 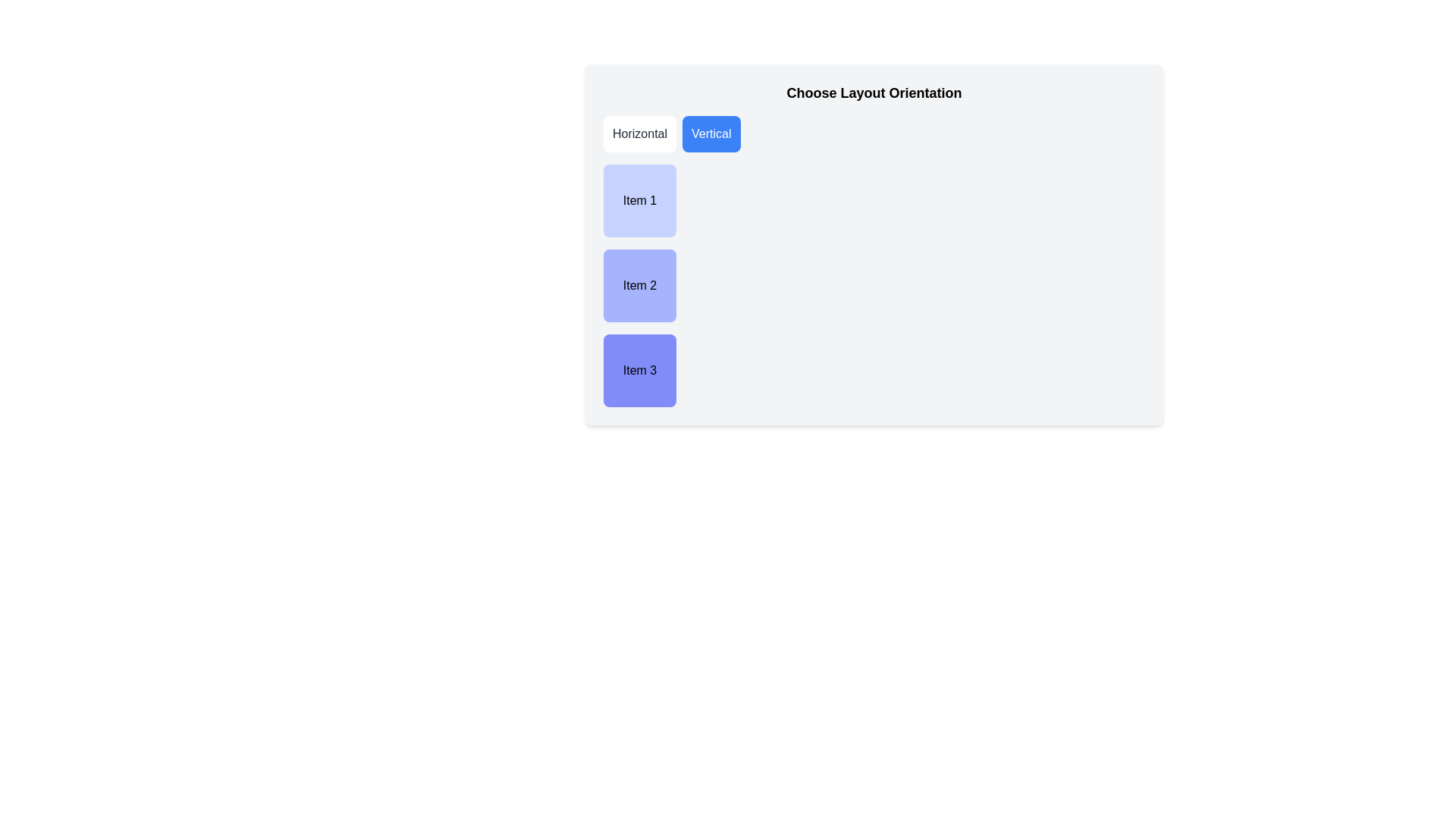 What do you see at coordinates (711, 133) in the screenshot?
I see `the 'Vertical' button with a blue background and white text` at bounding box center [711, 133].